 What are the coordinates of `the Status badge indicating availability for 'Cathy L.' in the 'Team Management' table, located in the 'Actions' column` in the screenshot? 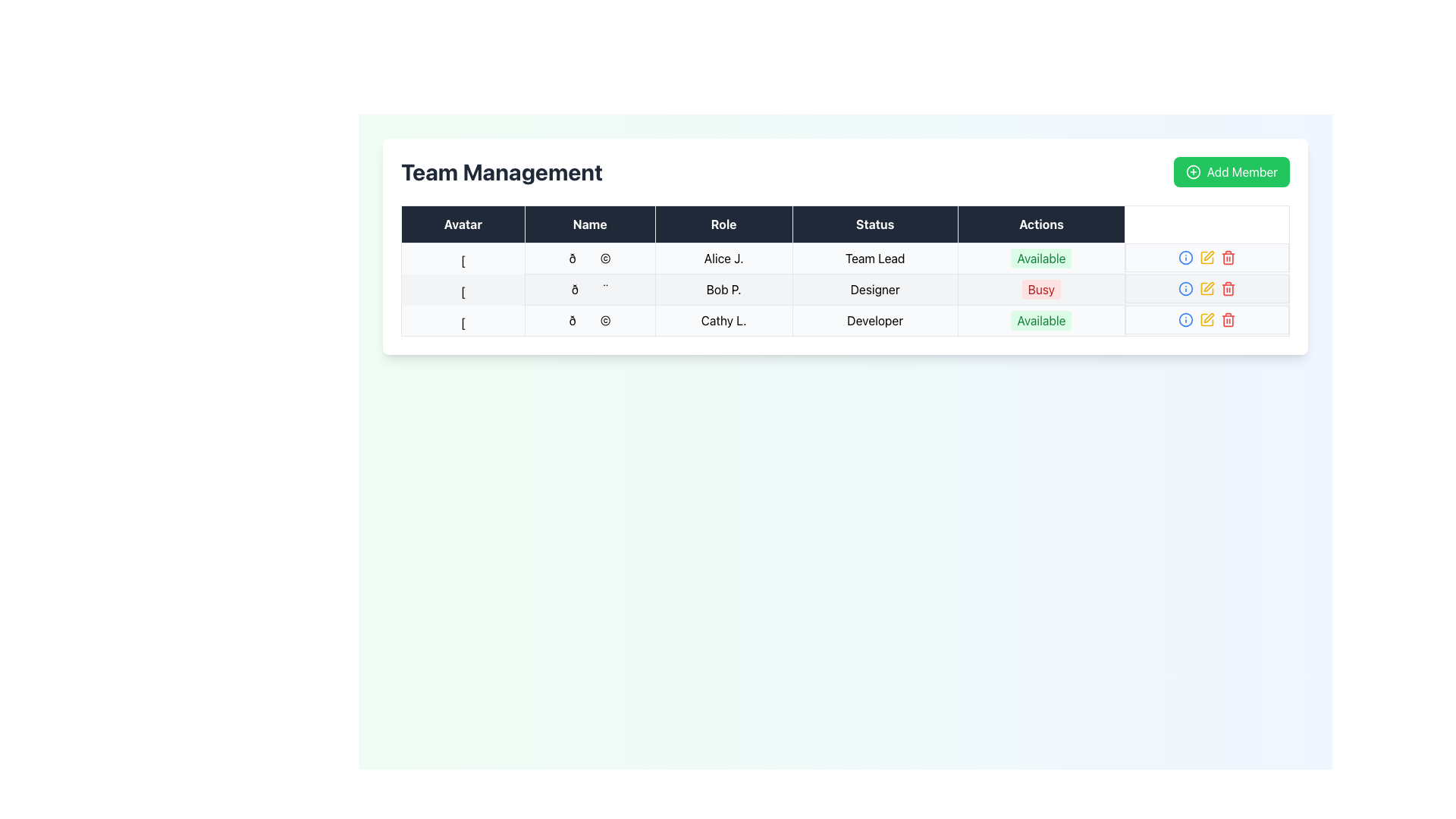 It's located at (1040, 320).